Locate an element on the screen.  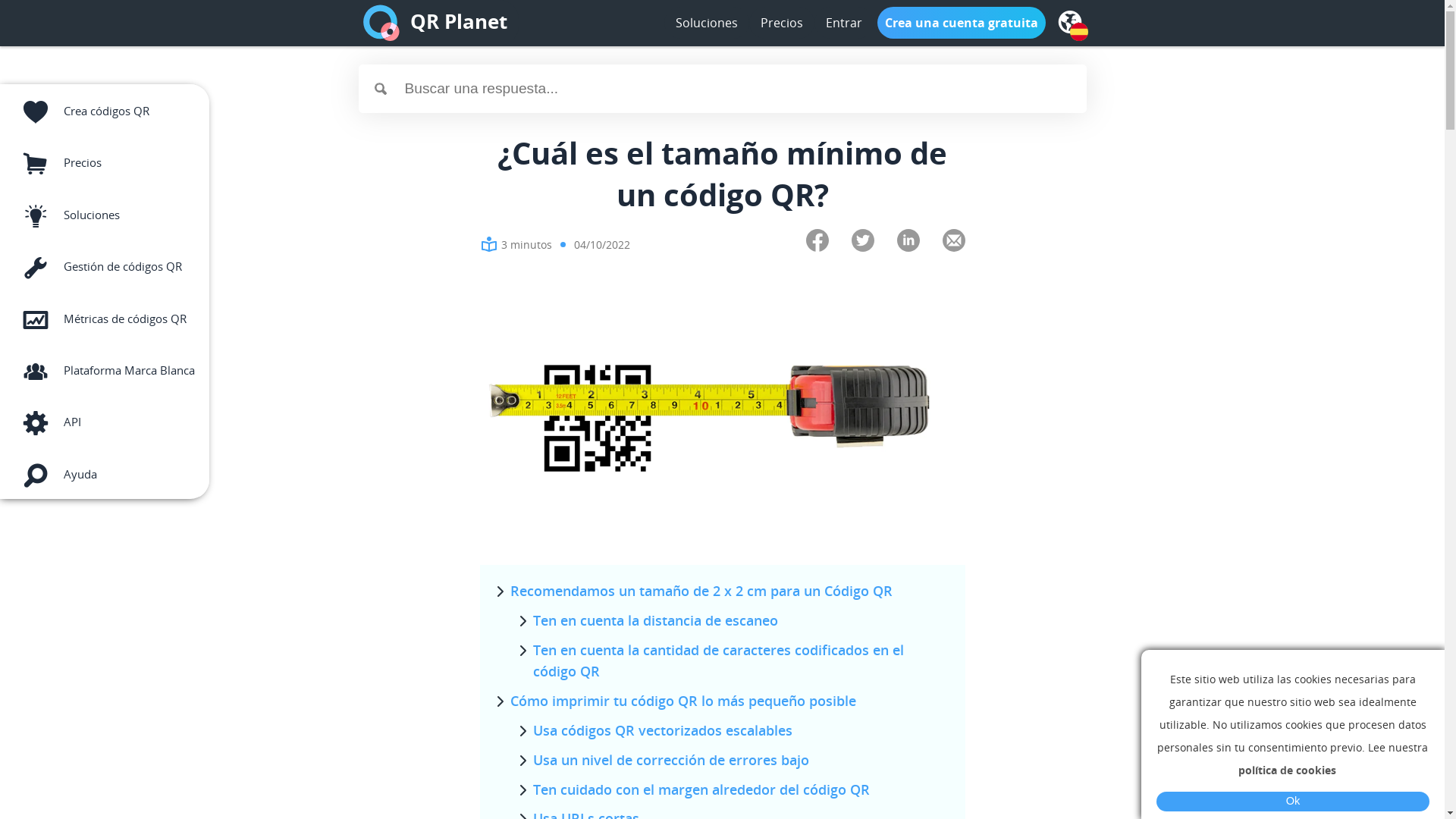
'Share on Twitter' is located at coordinates (862, 241).